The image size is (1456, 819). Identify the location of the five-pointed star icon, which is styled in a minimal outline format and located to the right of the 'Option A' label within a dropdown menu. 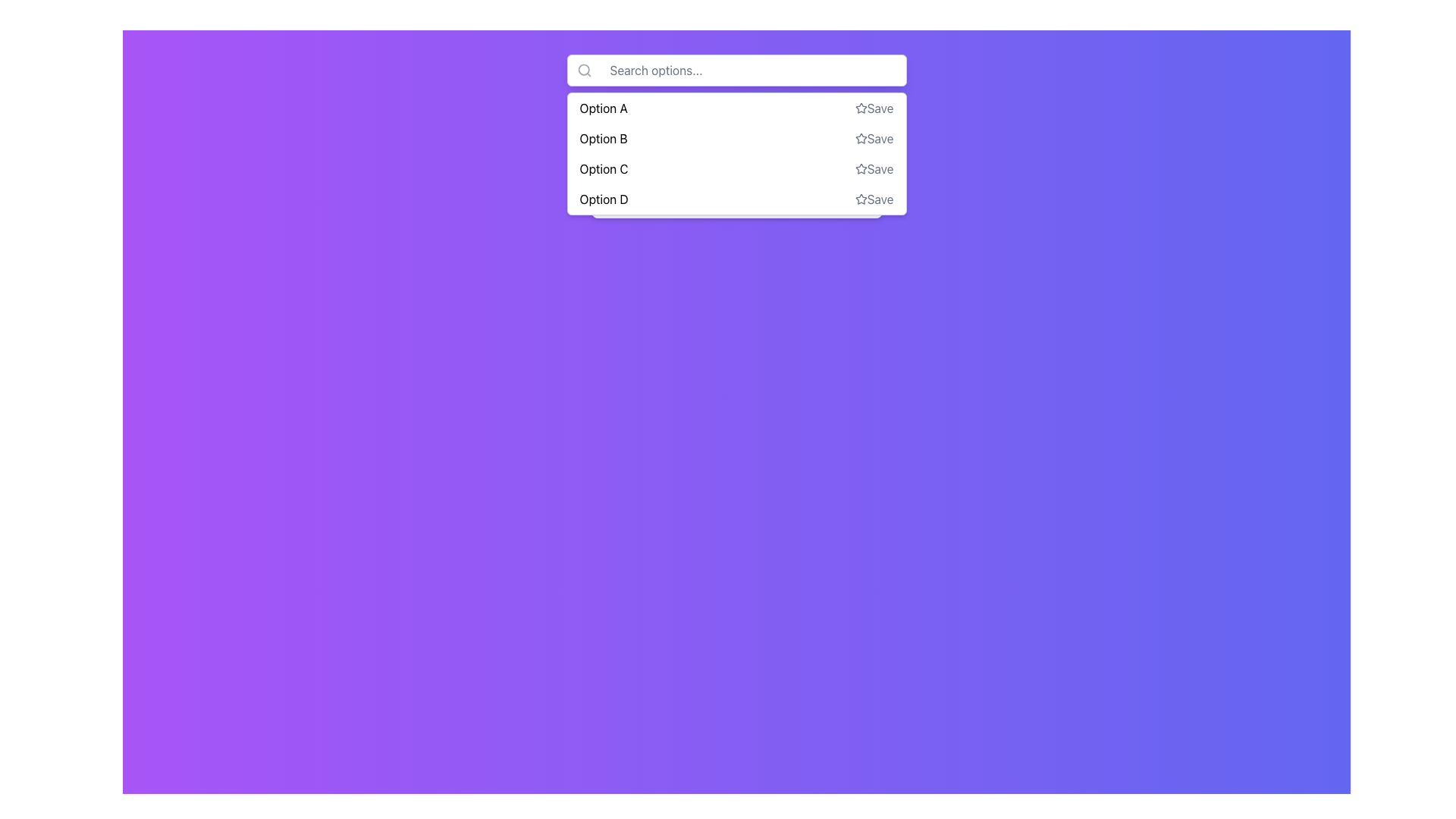
(861, 107).